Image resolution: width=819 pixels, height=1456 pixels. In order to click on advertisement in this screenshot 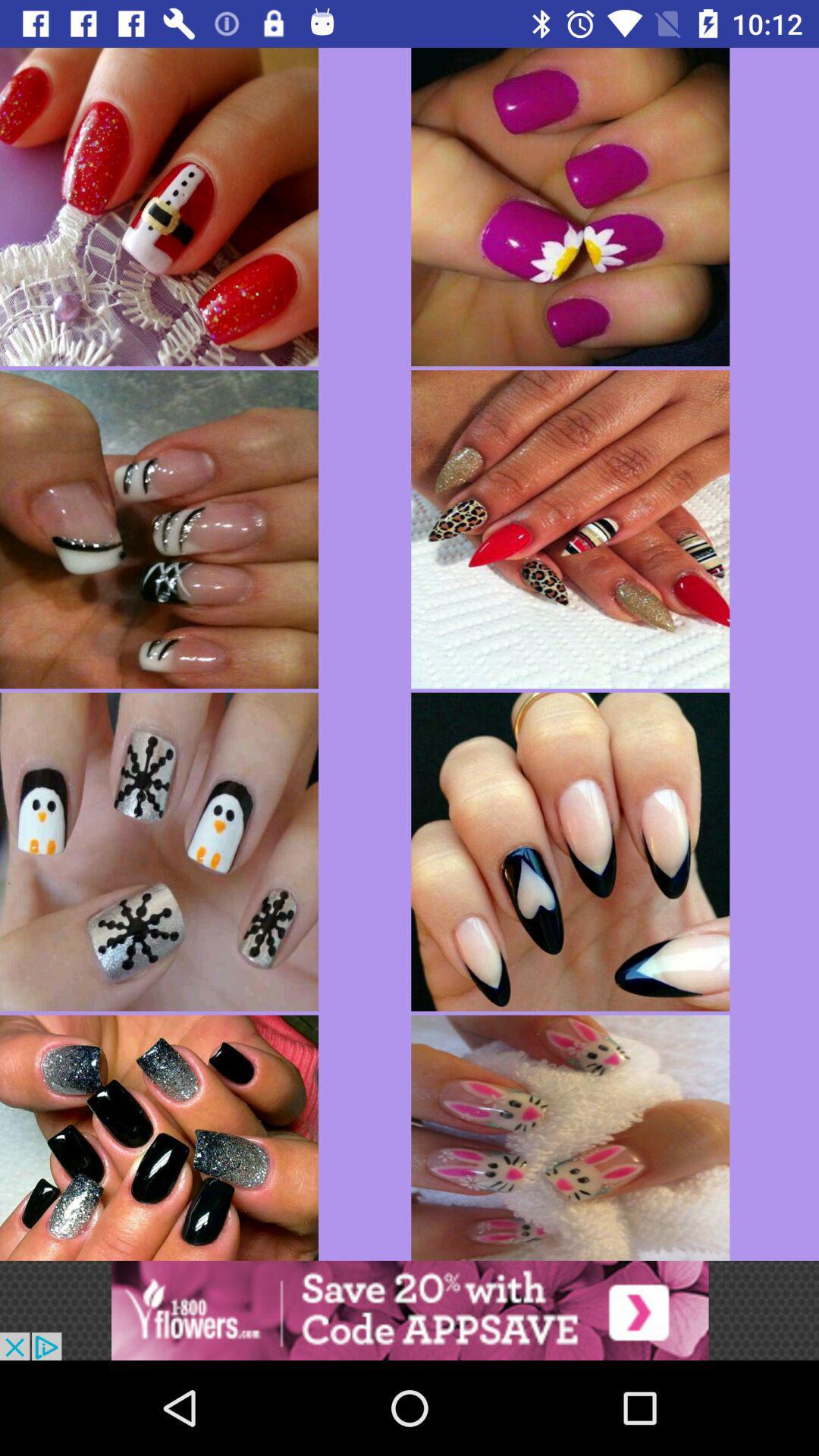, I will do `click(409, 1310)`.